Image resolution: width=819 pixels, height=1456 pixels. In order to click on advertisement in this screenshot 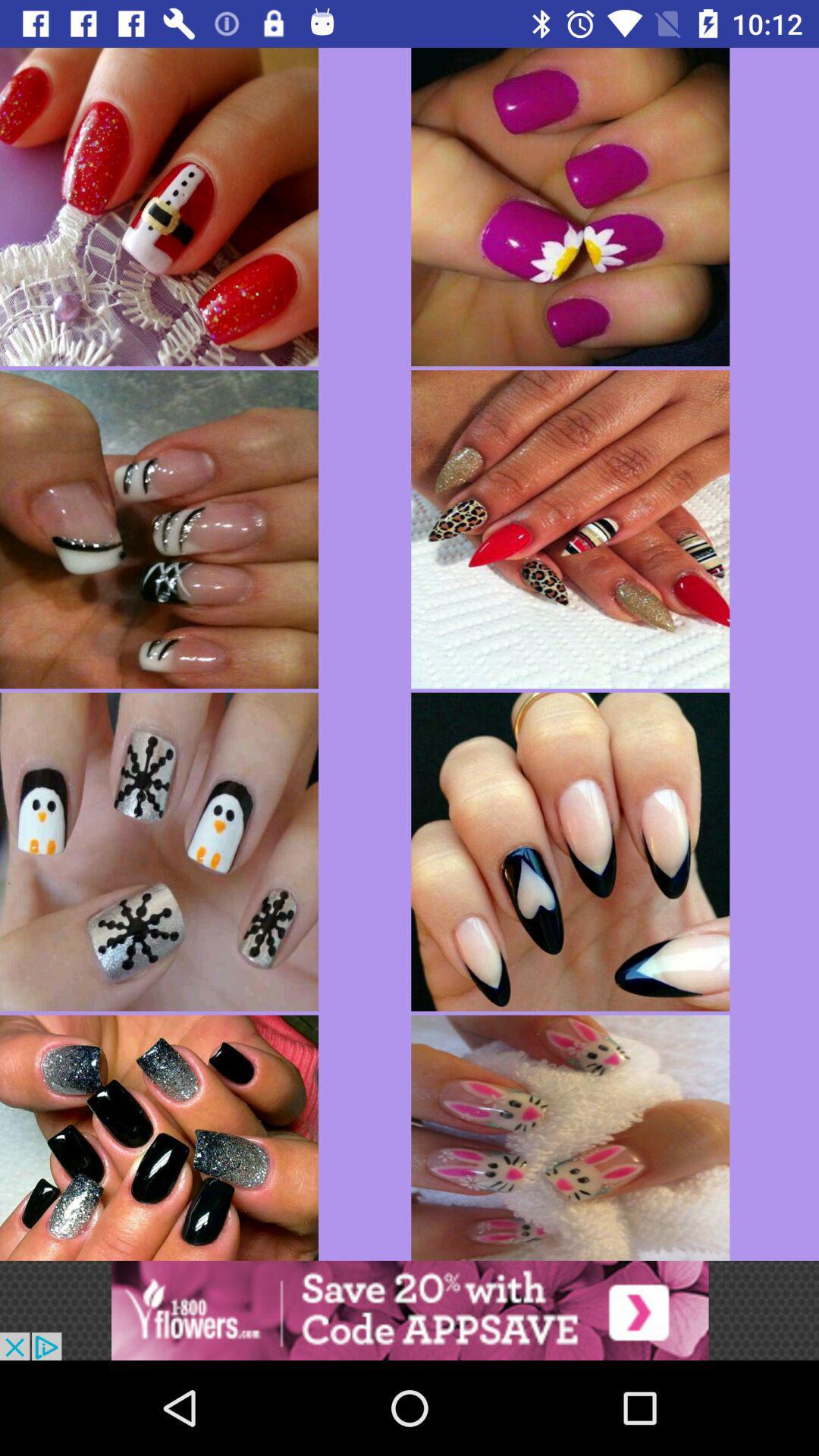, I will do `click(409, 1310)`.